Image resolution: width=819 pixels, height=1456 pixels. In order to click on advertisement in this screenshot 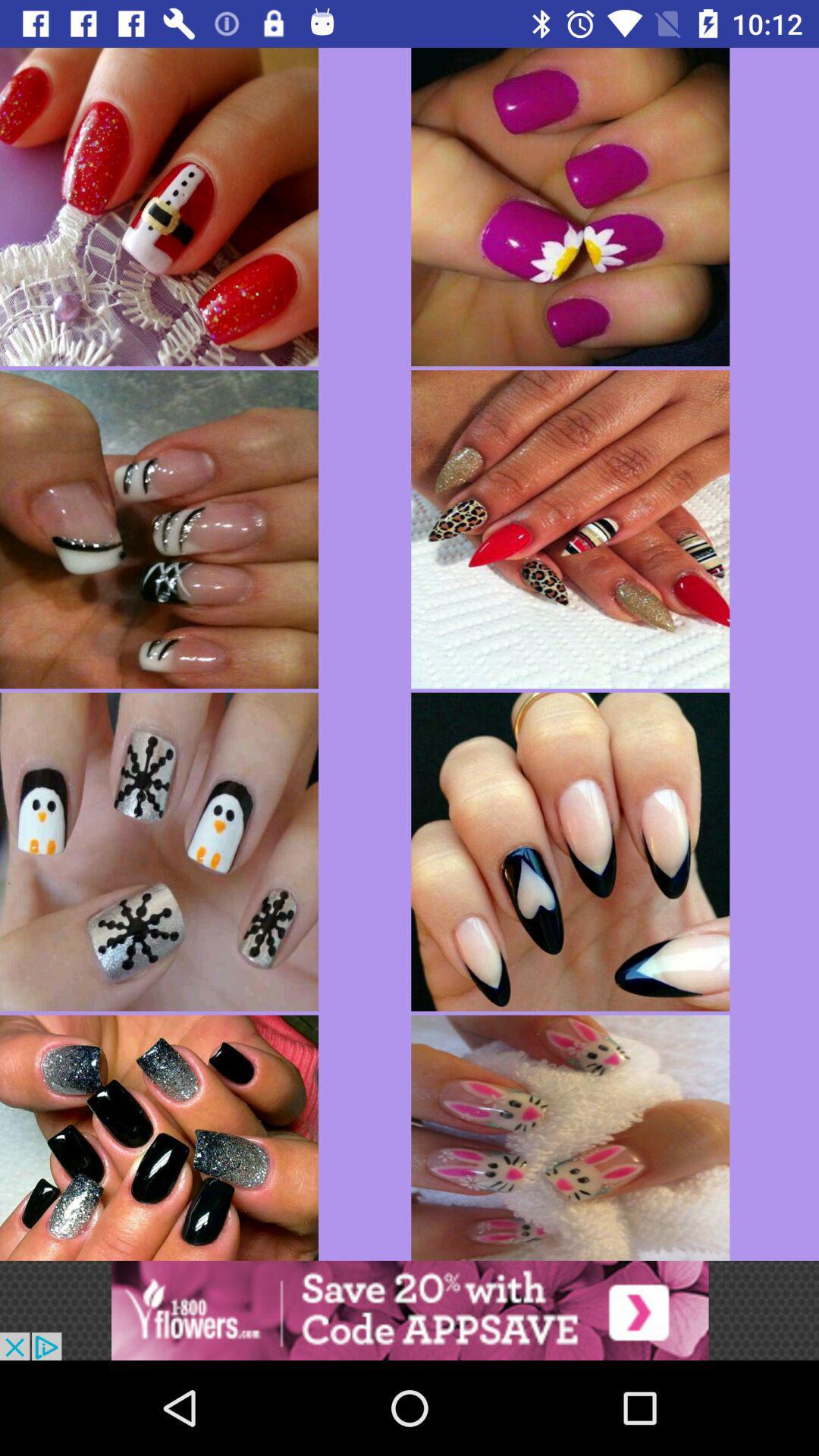, I will do `click(409, 1310)`.